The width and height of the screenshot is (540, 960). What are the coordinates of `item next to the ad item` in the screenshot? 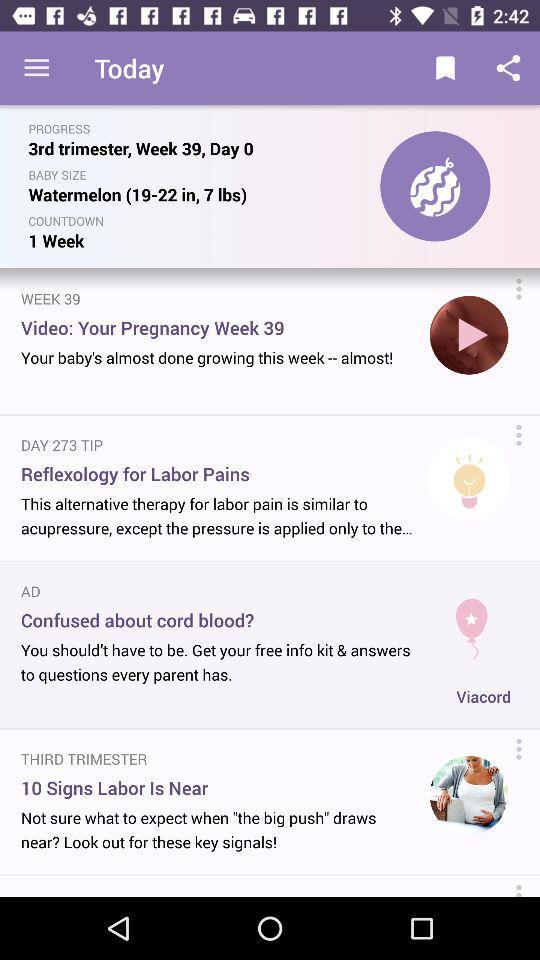 It's located at (471, 620).